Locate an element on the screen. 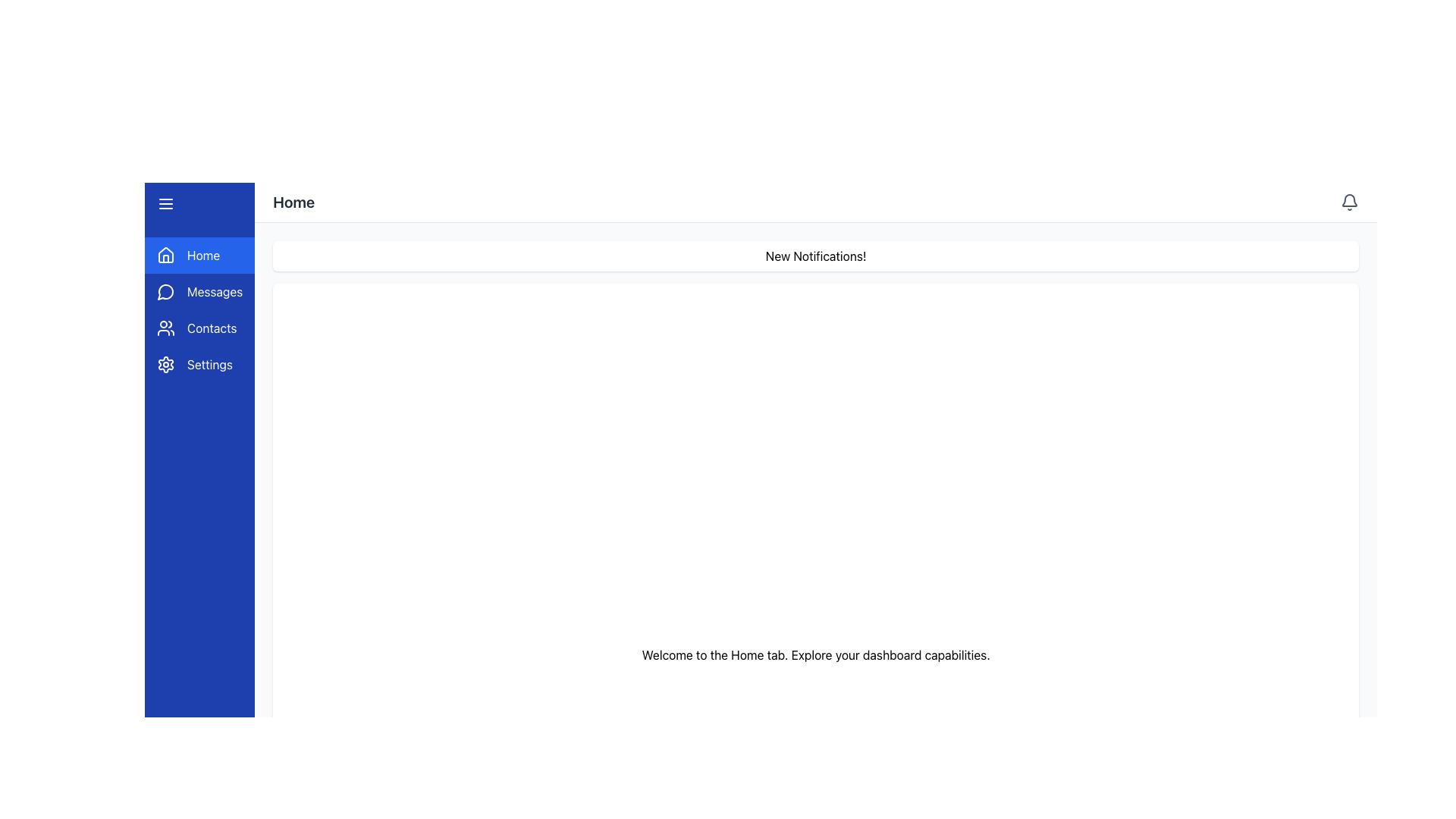 The width and height of the screenshot is (1456, 819). the circular icon resembling a speech or messaging bubble in the vertical navigation menu, located next to the 'Messages' label is located at coordinates (166, 292).